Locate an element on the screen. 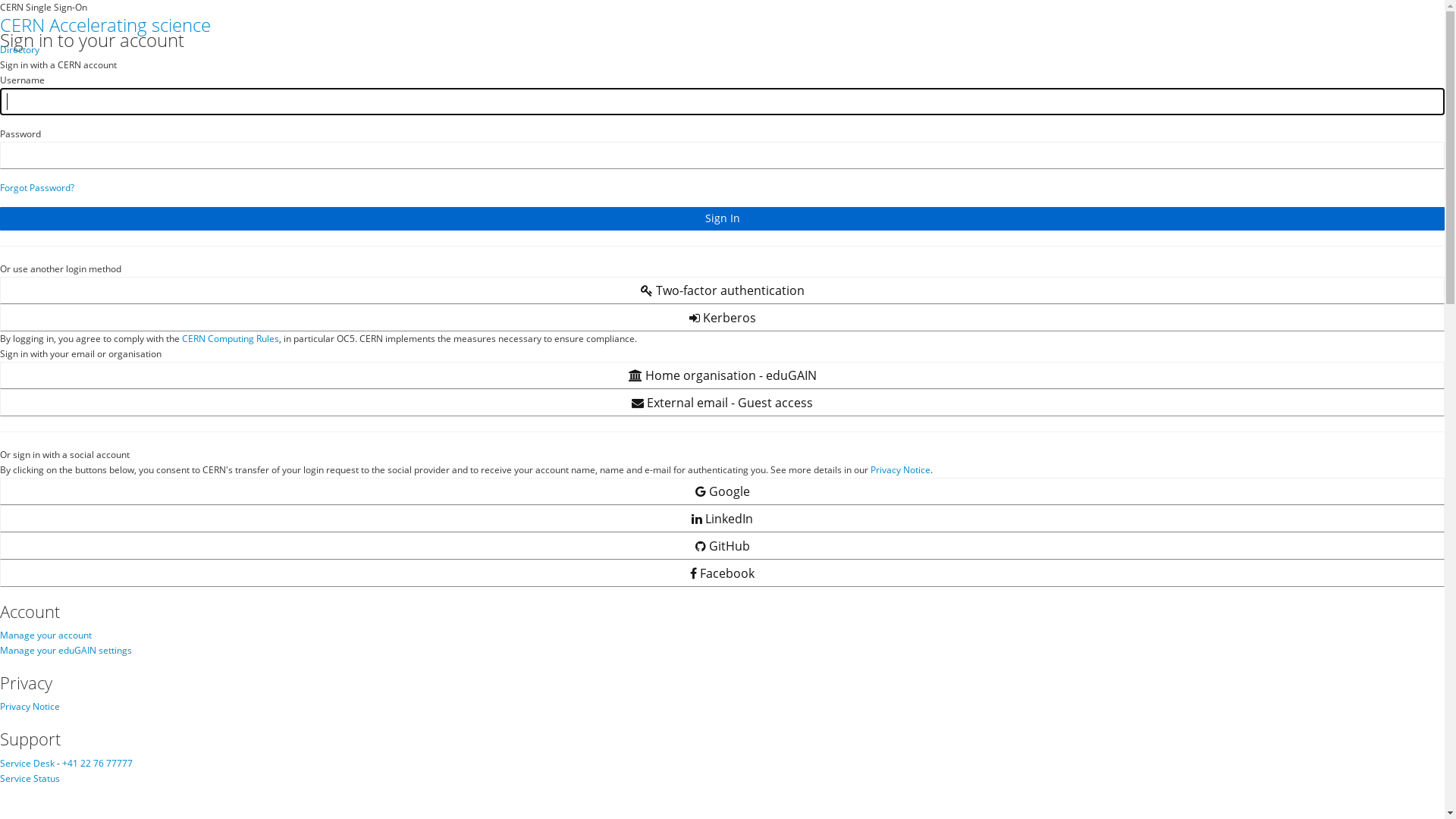 The image size is (1456, 819). 'Kerberos' is located at coordinates (721, 317).